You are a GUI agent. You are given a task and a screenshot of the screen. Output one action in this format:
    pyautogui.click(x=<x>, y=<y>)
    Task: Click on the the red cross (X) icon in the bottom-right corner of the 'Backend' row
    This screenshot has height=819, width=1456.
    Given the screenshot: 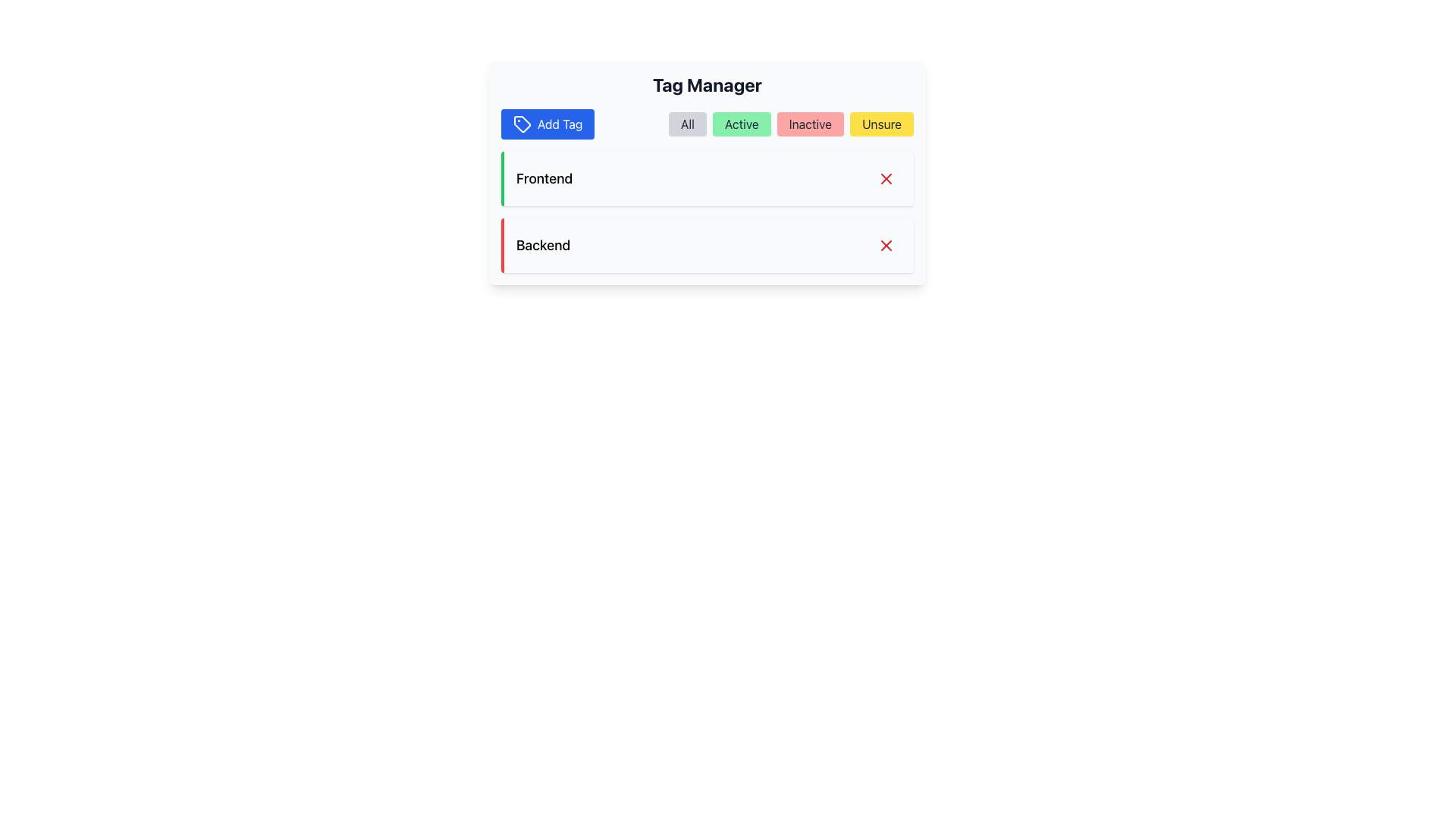 What is the action you would take?
    pyautogui.click(x=886, y=245)
    